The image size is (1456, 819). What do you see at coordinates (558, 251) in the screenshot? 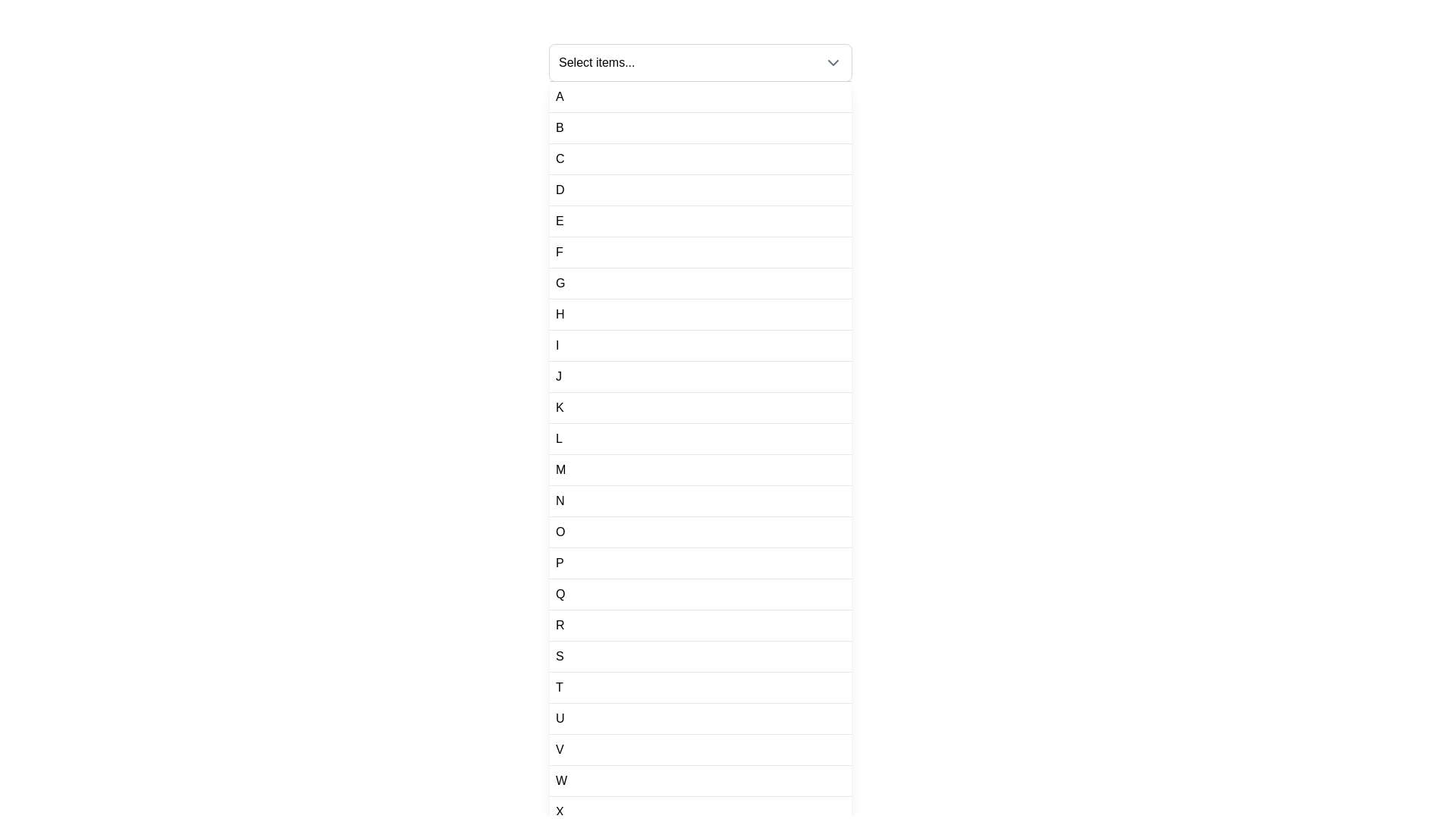
I see `the 'F' option in the dropdown list` at bounding box center [558, 251].